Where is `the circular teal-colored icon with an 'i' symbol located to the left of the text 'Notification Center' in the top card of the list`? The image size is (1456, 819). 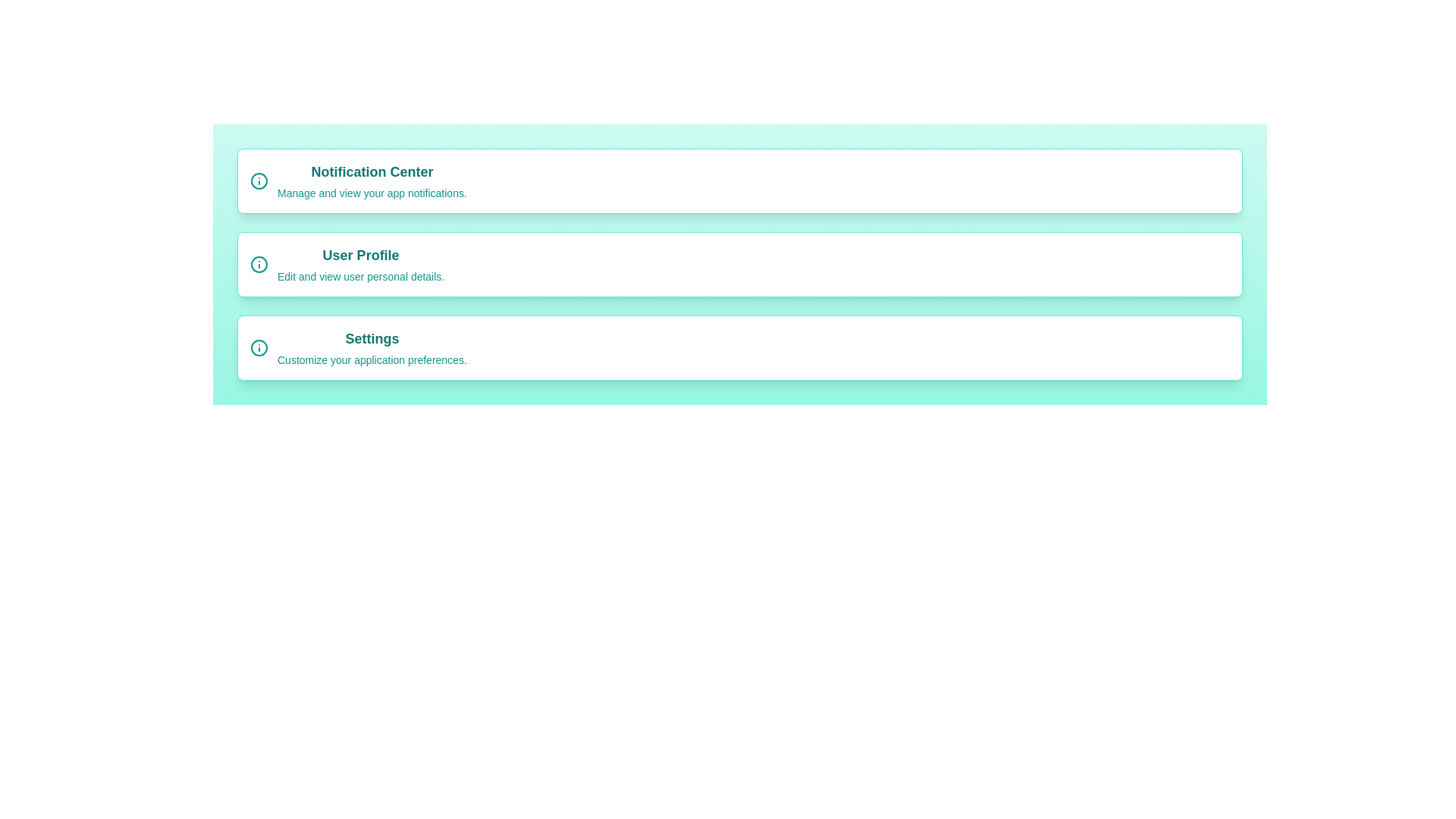
the circular teal-colored icon with an 'i' symbol located to the left of the text 'Notification Center' in the top card of the list is located at coordinates (259, 180).